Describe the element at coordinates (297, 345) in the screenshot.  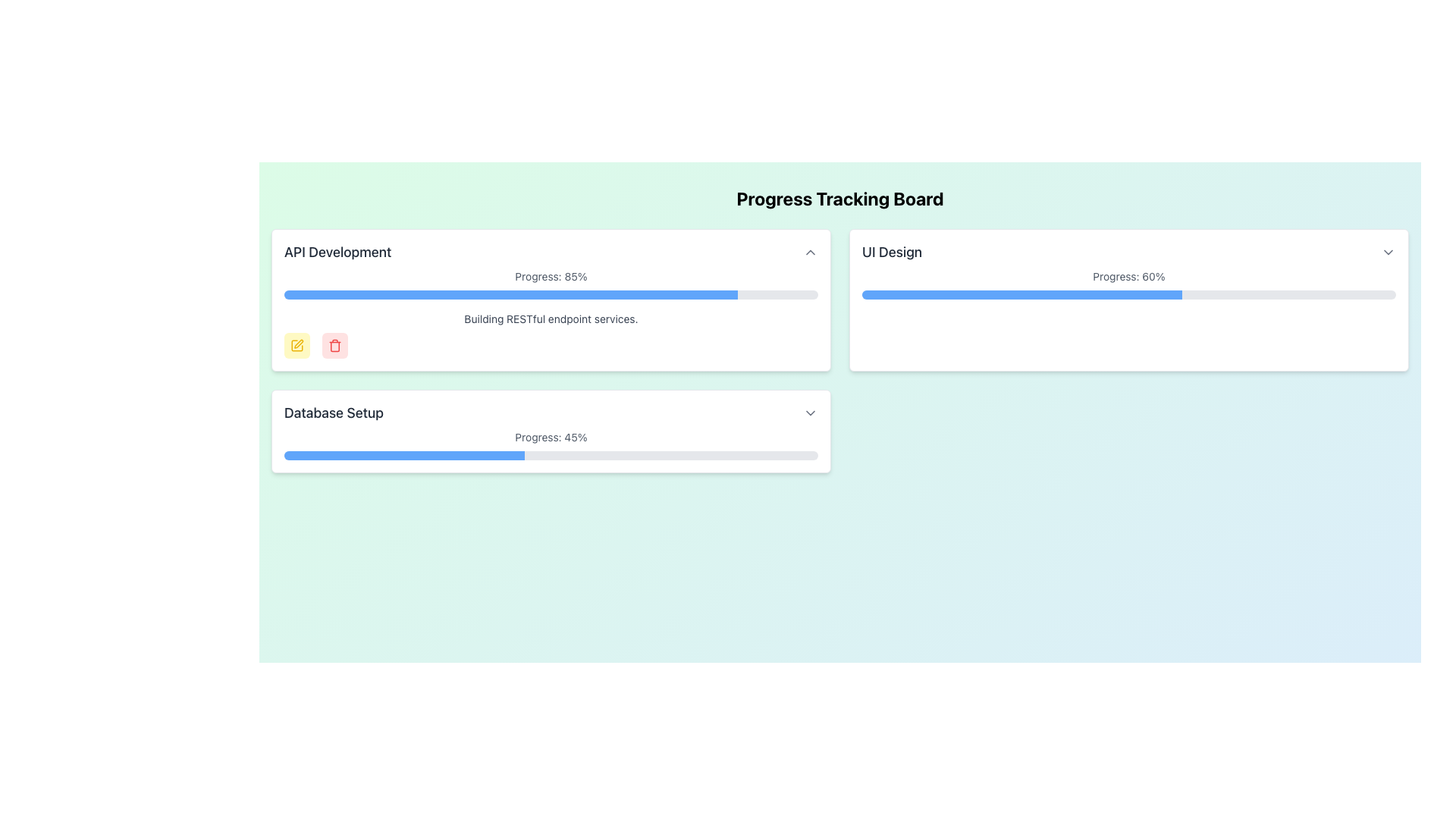
I see `the first button in the group beneath the 'API Development' card` at that location.